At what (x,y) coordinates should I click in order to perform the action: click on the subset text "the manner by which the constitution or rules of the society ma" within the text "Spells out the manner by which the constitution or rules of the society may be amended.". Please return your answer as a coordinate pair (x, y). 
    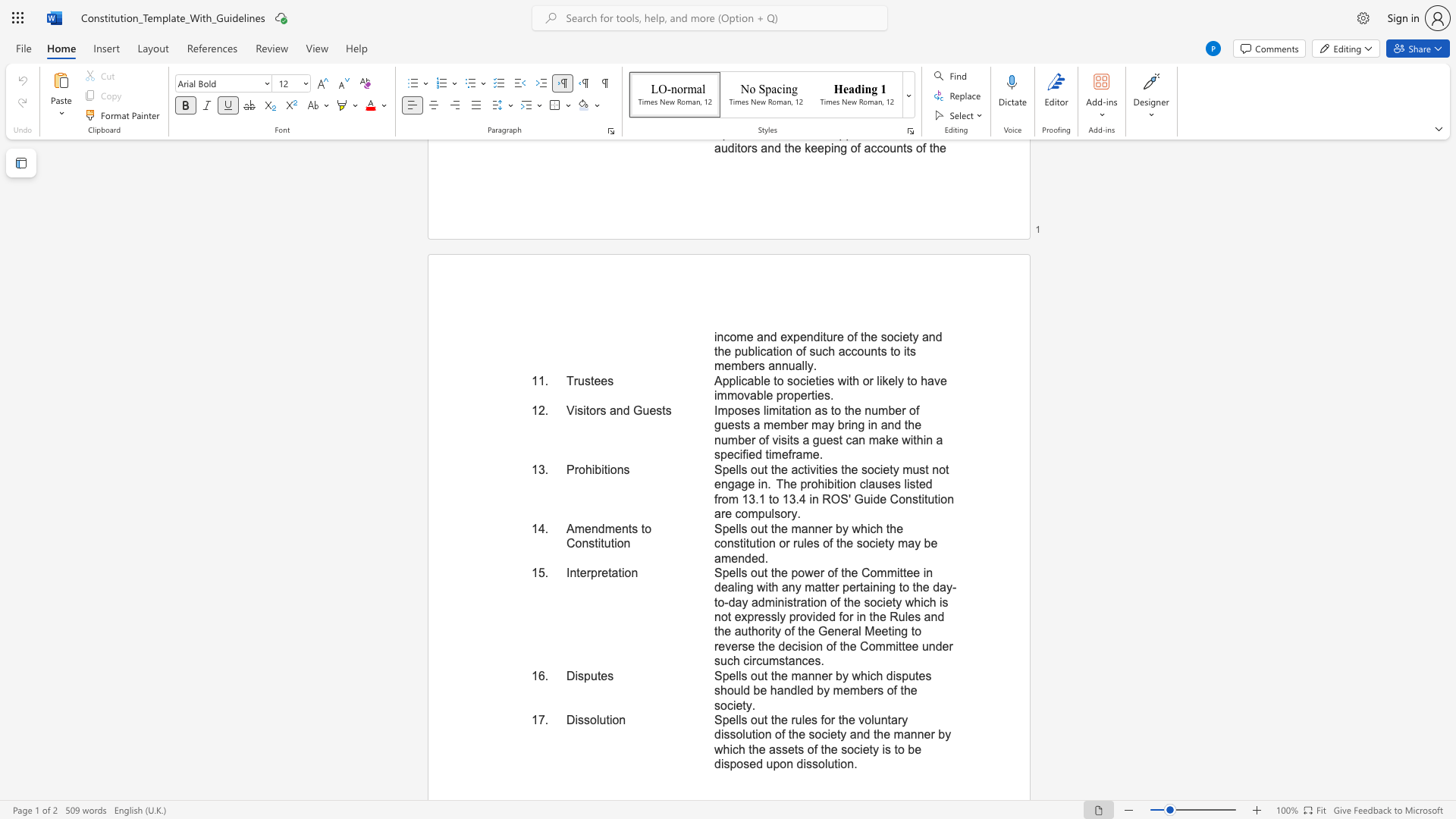
    Looking at the image, I should click on (770, 528).